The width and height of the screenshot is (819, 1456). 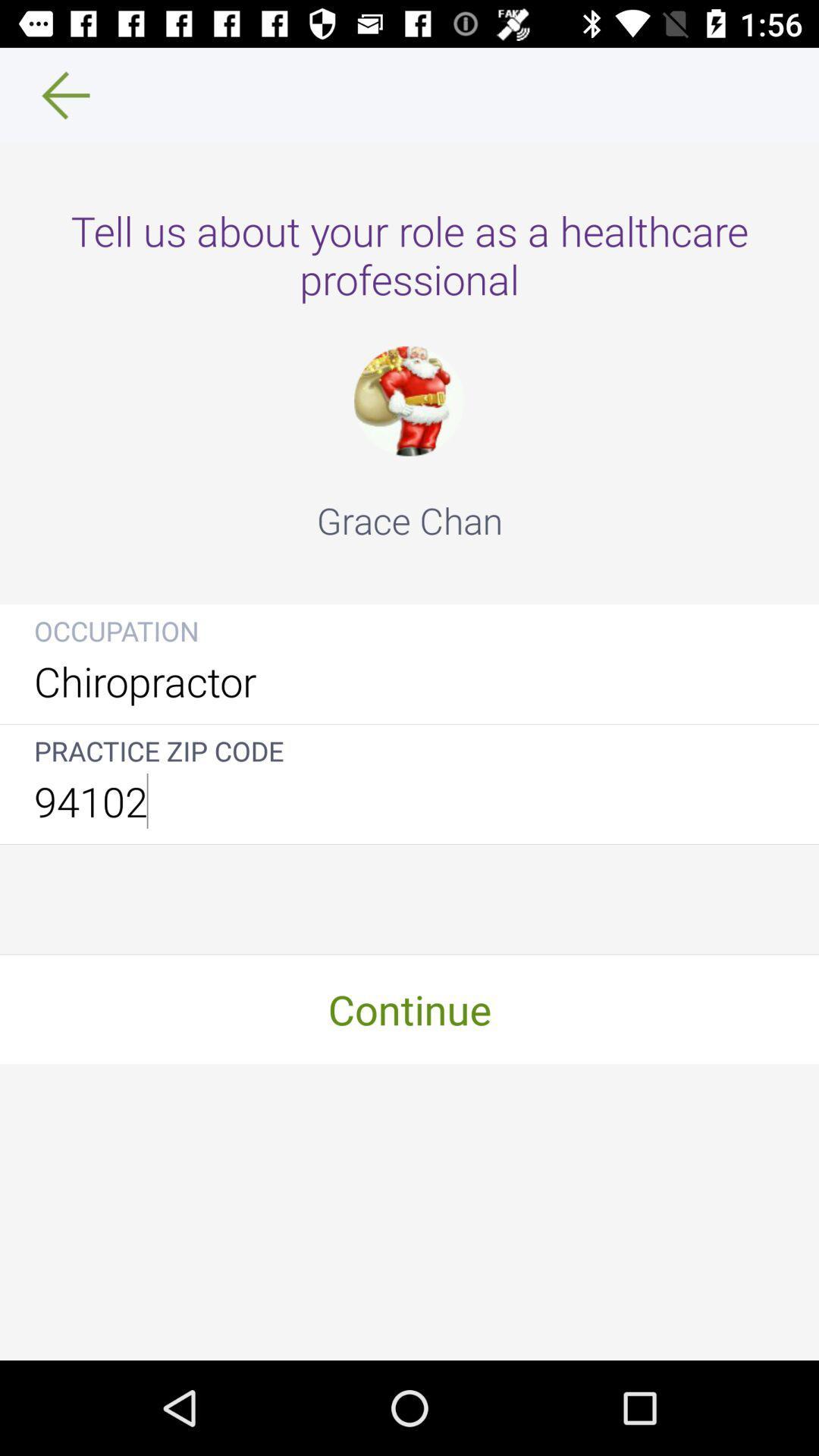 What do you see at coordinates (409, 800) in the screenshot?
I see `item below practice zip code item` at bounding box center [409, 800].